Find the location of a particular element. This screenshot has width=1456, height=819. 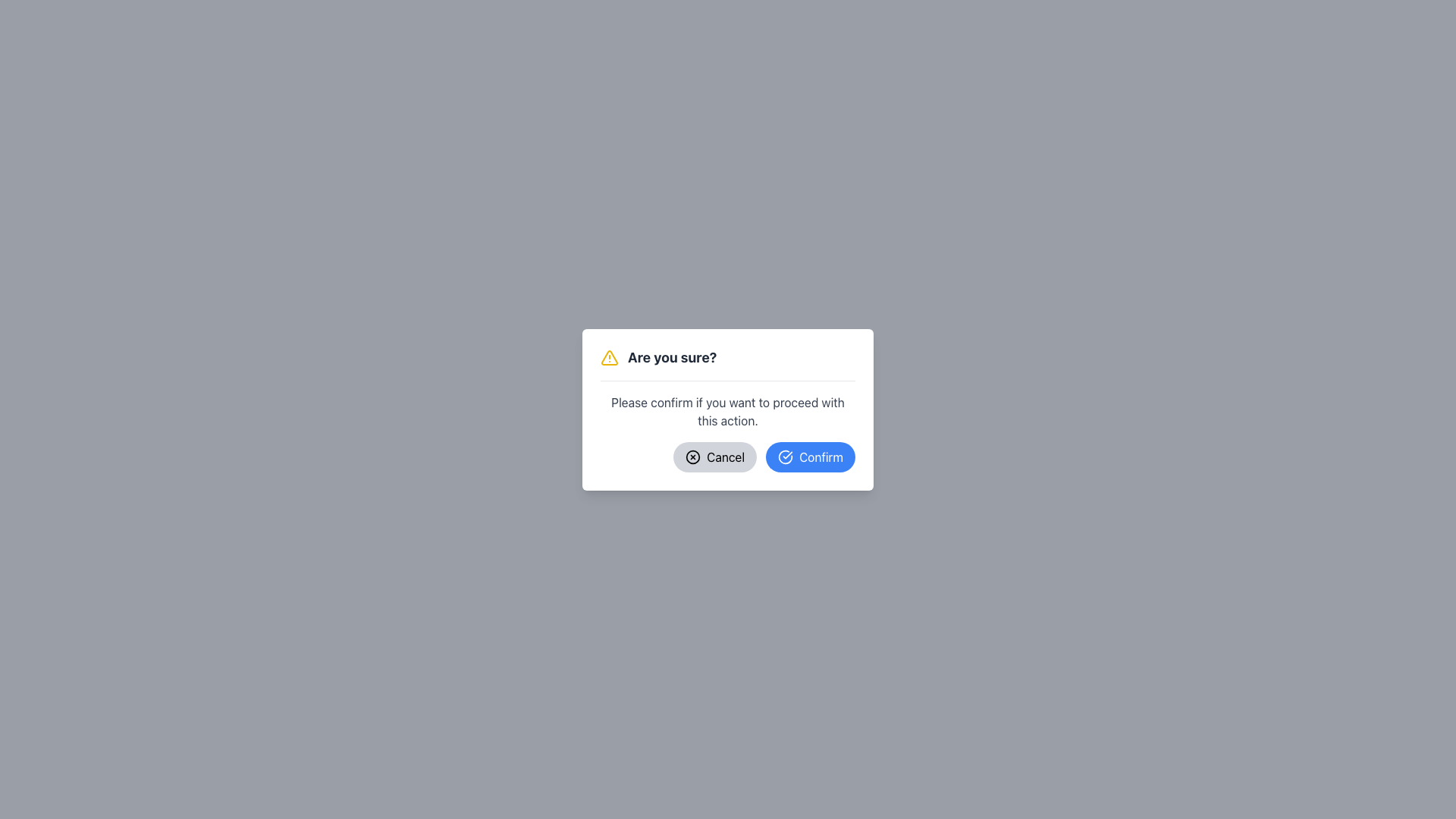

static text that says 'Please confirm if you want to proceed with this action.' which is centrally aligned in the confirmation dialog box, located directly underneath the warning icon and above the 'Cancel' and 'Confirm' buttons is located at coordinates (728, 411).